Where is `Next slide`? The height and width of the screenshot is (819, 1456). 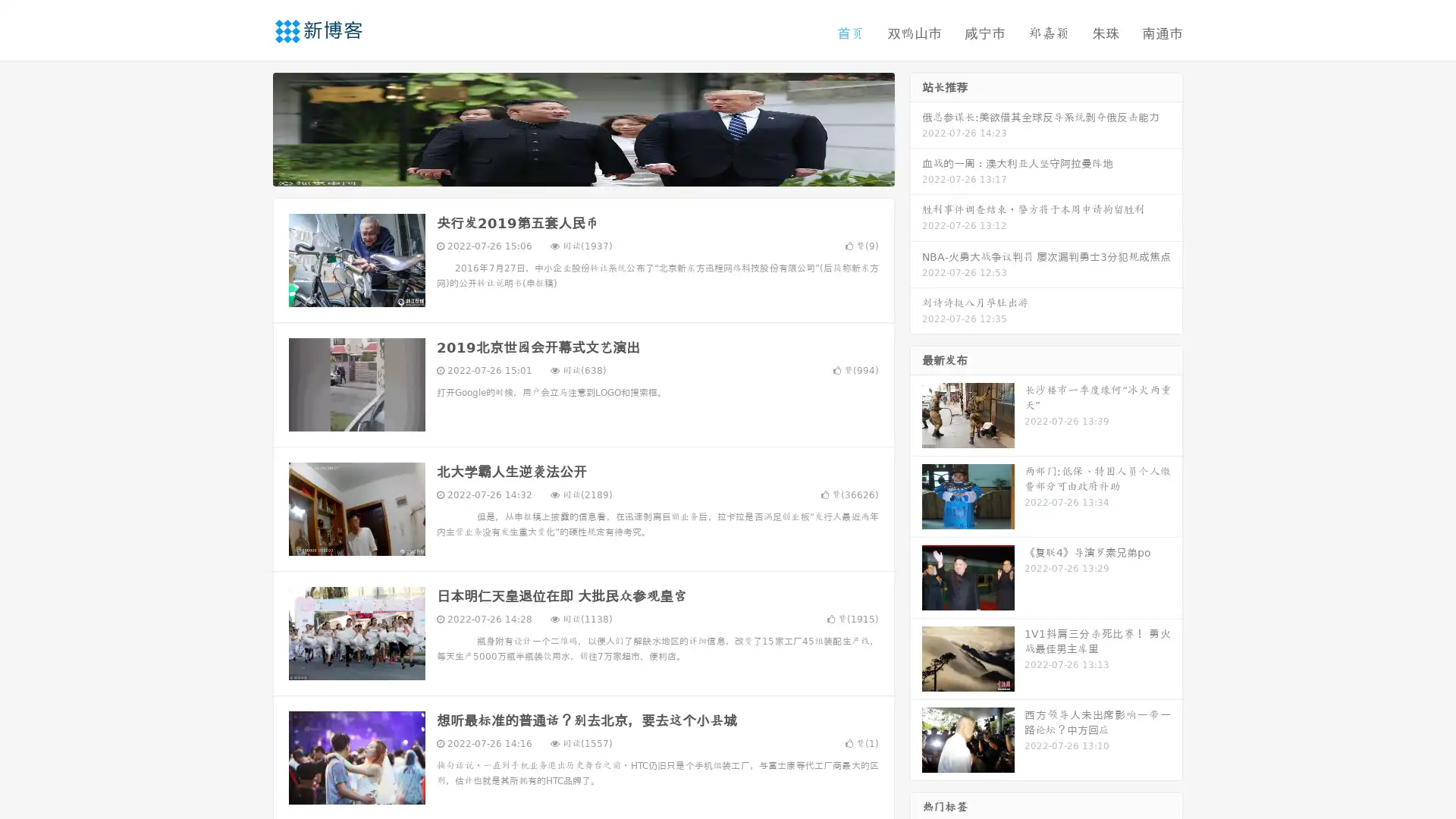
Next slide is located at coordinates (916, 127).